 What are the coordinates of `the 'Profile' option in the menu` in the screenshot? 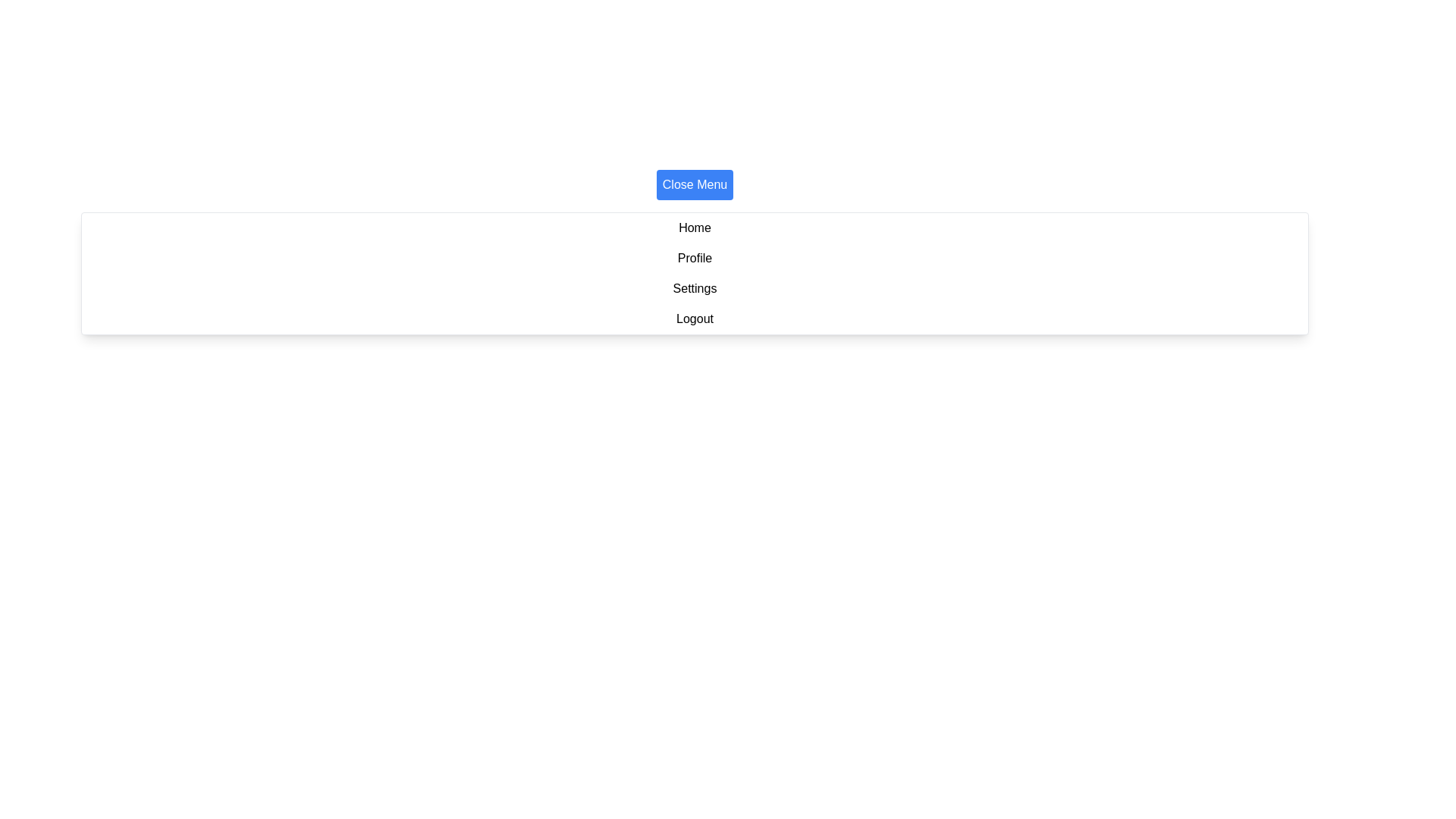 It's located at (694, 257).